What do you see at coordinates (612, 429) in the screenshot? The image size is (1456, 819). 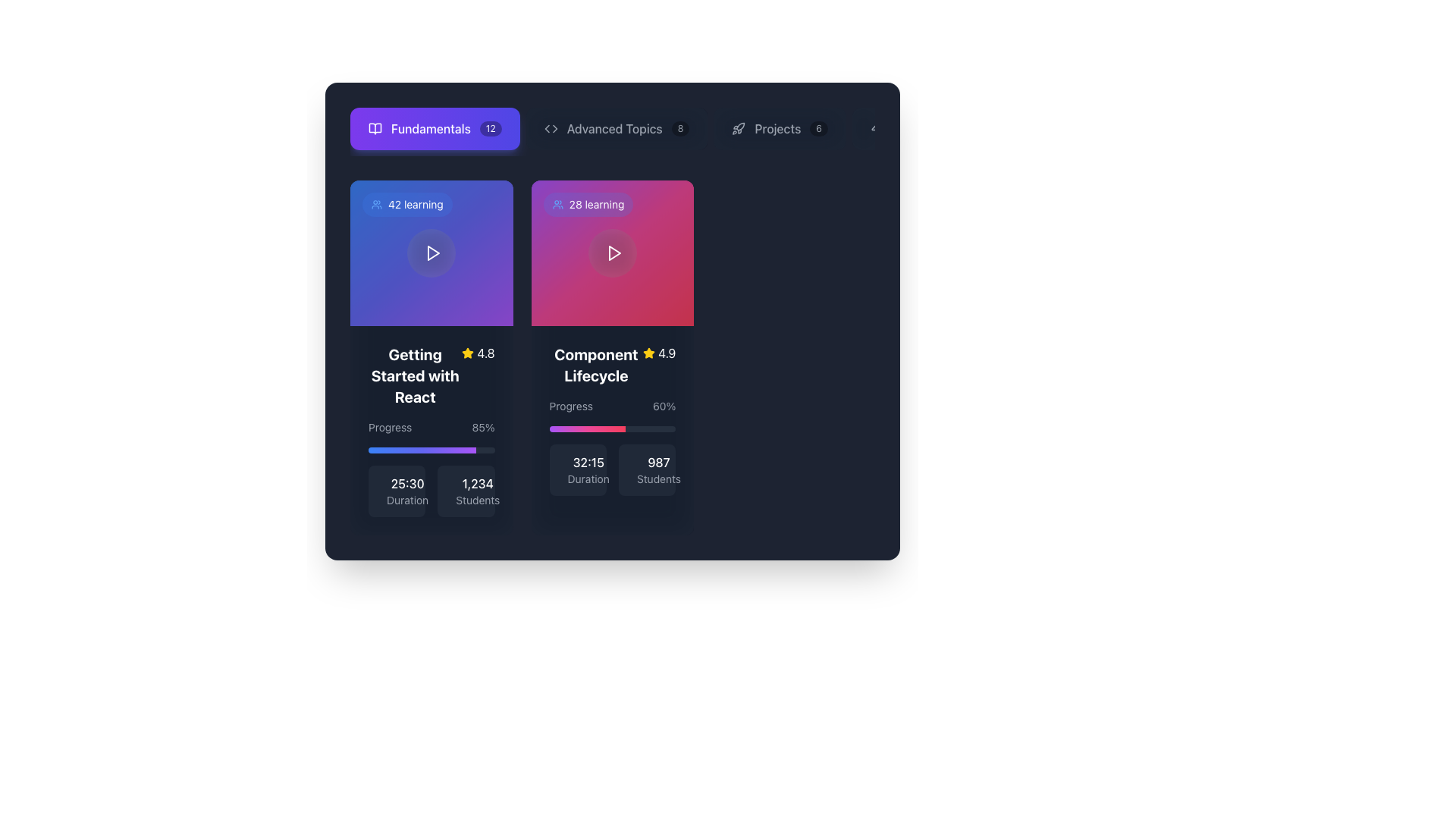 I see `the current progress visually on the Progress bar located within the 'Component Lifecycle' card, beneath the text 'Progress 60%'` at bounding box center [612, 429].